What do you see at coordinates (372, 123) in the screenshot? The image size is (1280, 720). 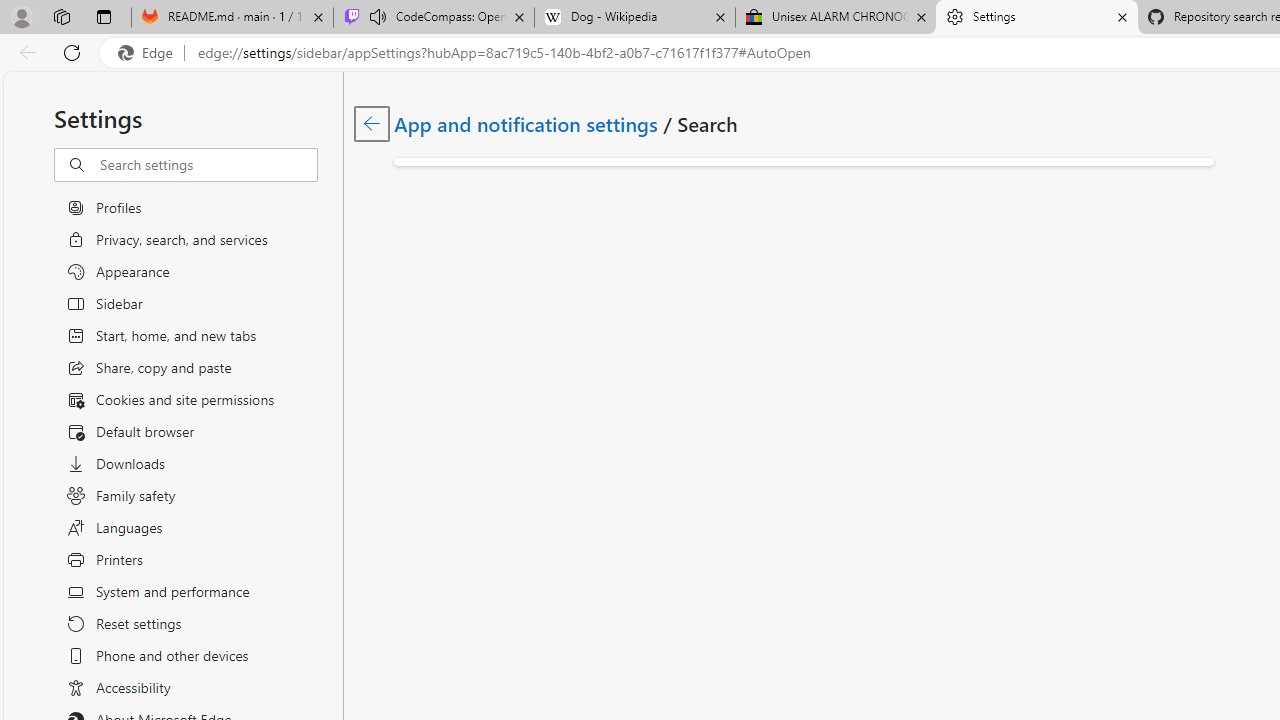 I see `'Go back to App and notification settings page.'` at bounding box center [372, 123].